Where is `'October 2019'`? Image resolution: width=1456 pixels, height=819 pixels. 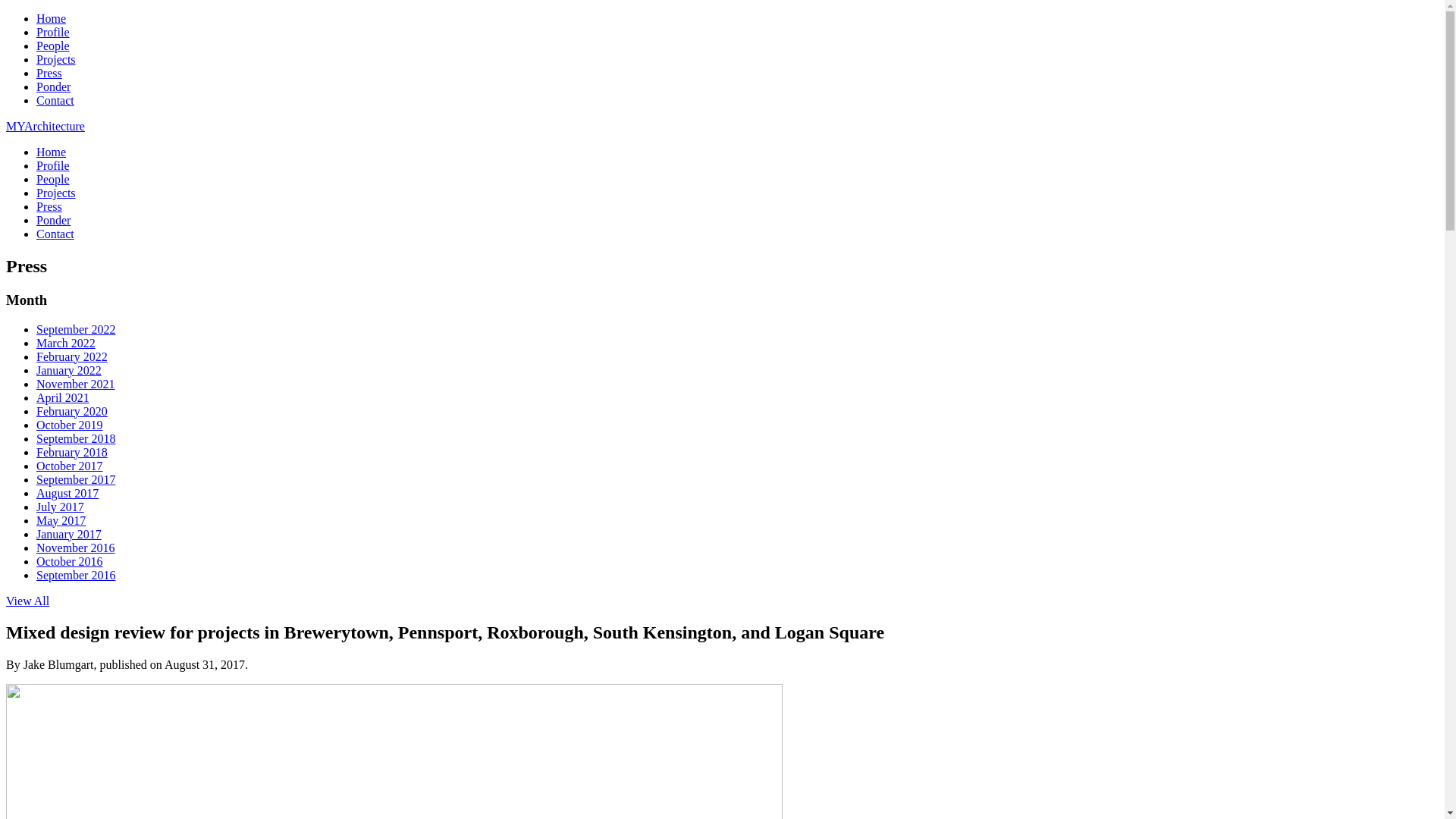
'October 2019' is located at coordinates (68, 425).